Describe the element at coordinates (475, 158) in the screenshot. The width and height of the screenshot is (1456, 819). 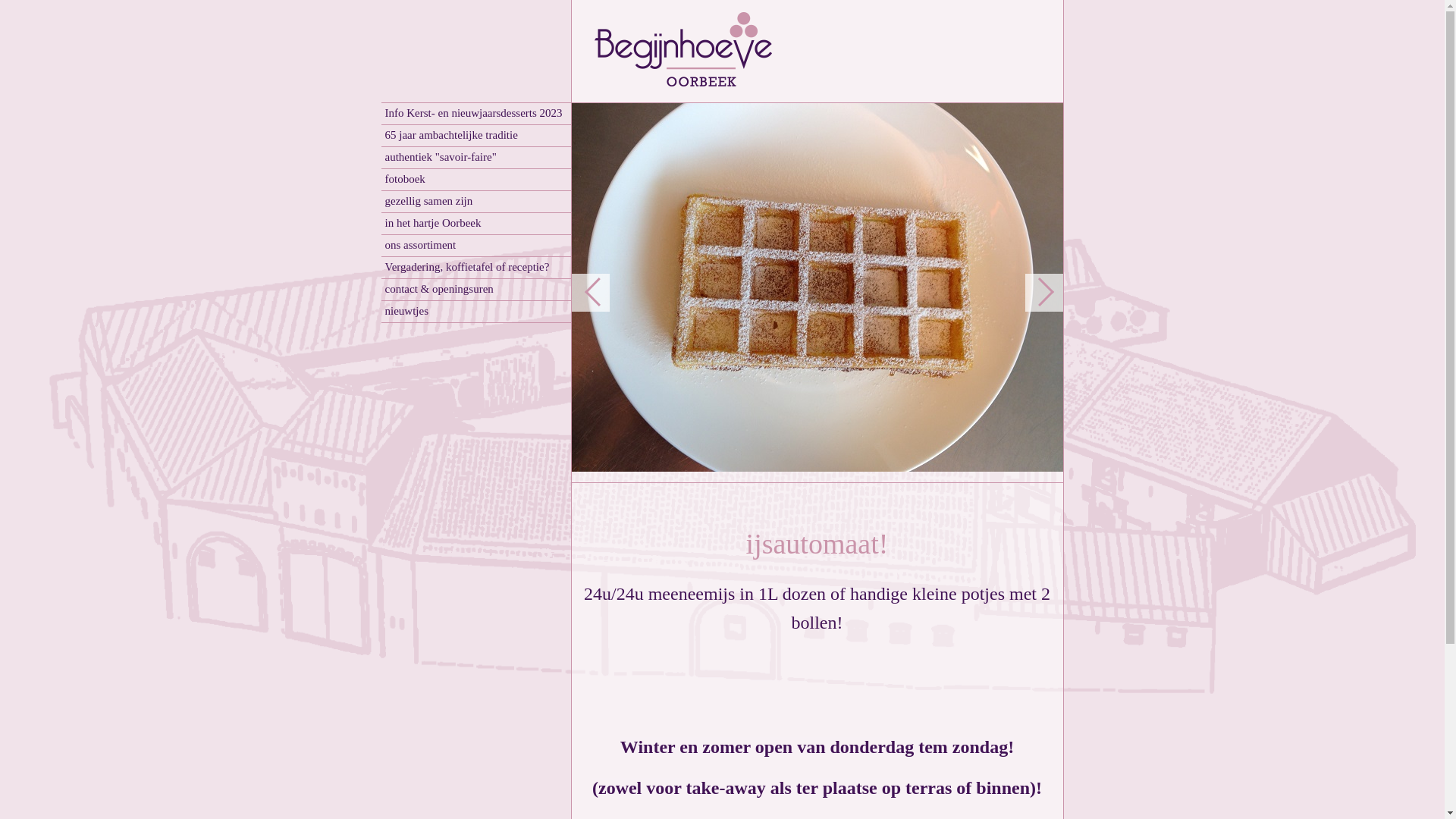
I see `'authentiek "savoir-faire"'` at that location.